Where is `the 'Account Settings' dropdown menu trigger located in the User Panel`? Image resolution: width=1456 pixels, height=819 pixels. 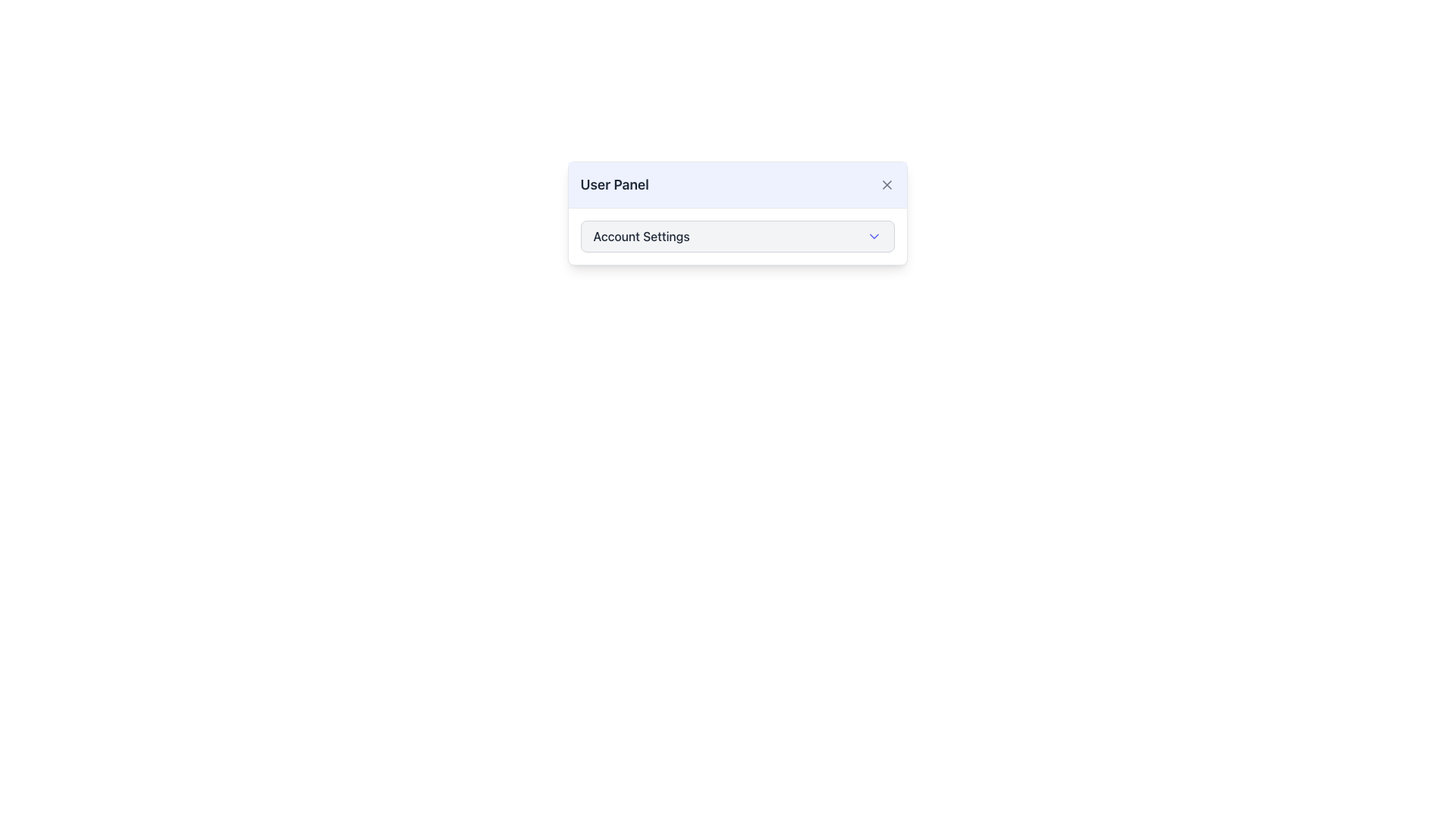 the 'Account Settings' dropdown menu trigger located in the User Panel is located at coordinates (737, 237).